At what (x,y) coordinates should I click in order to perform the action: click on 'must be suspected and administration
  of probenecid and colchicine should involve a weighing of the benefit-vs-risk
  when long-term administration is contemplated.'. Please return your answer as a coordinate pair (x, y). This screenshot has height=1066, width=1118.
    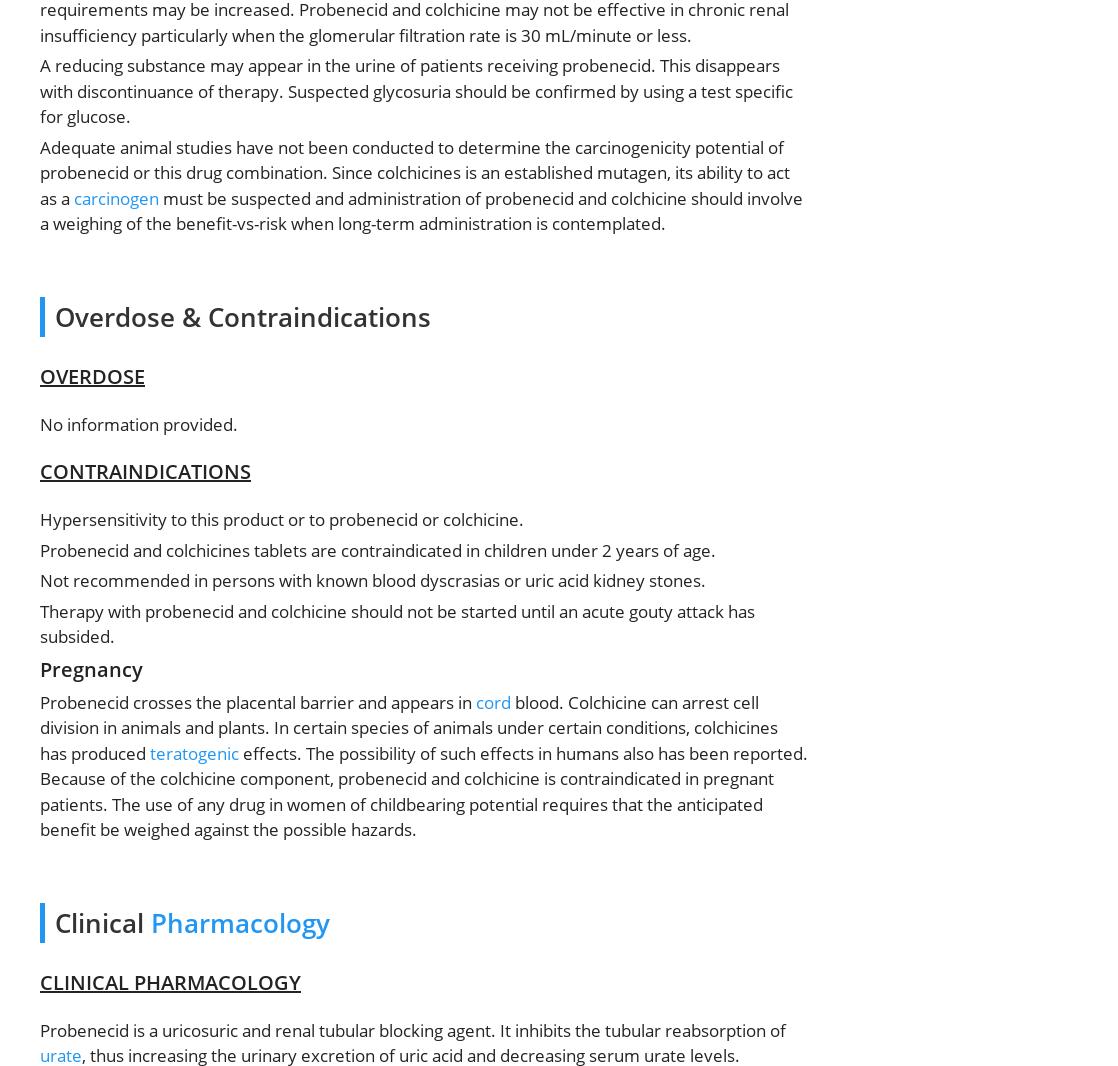
    Looking at the image, I should click on (420, 209).